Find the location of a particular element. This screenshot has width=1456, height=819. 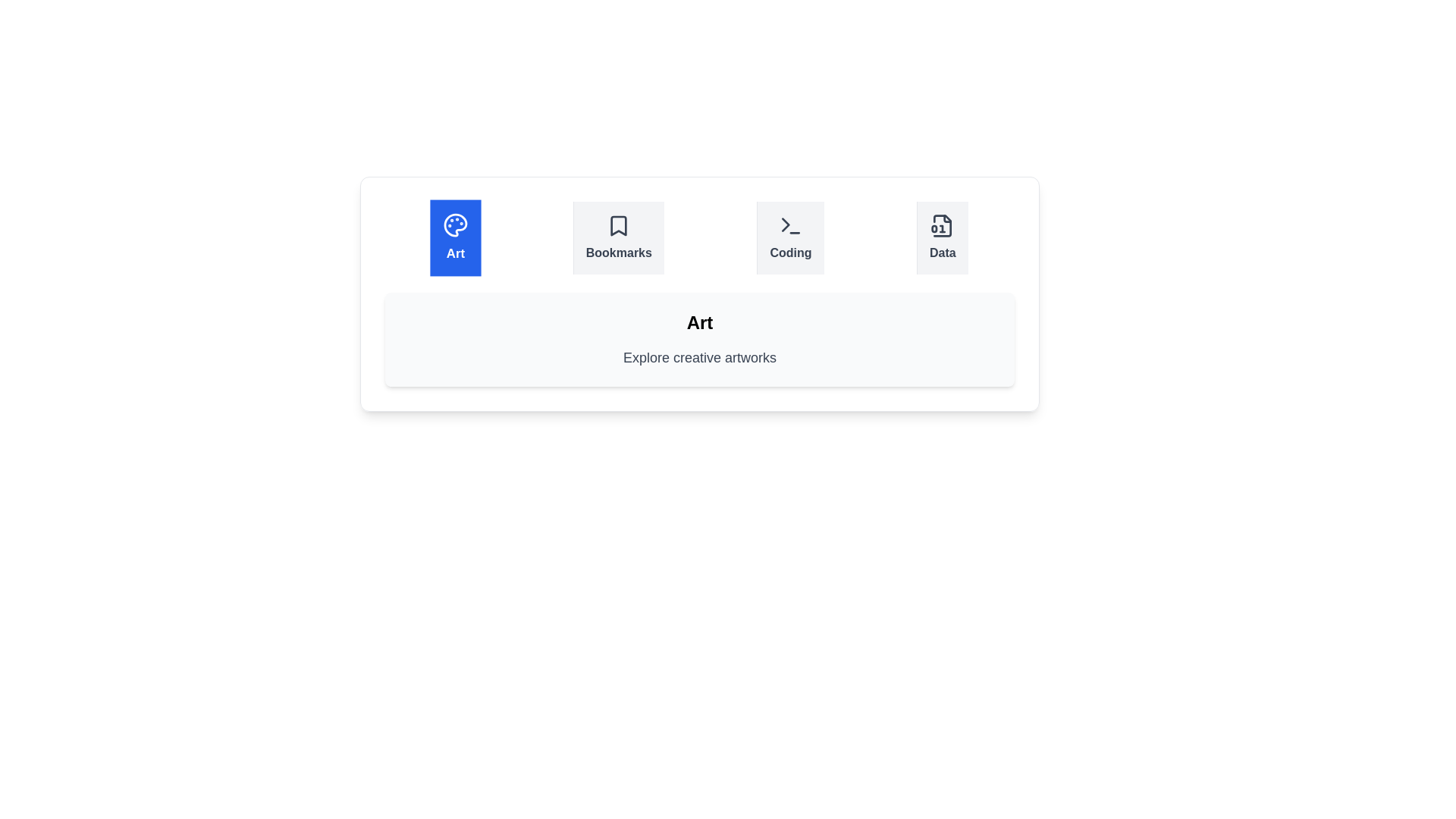

the tab labeled Coding is located at coordinates (789, 237).